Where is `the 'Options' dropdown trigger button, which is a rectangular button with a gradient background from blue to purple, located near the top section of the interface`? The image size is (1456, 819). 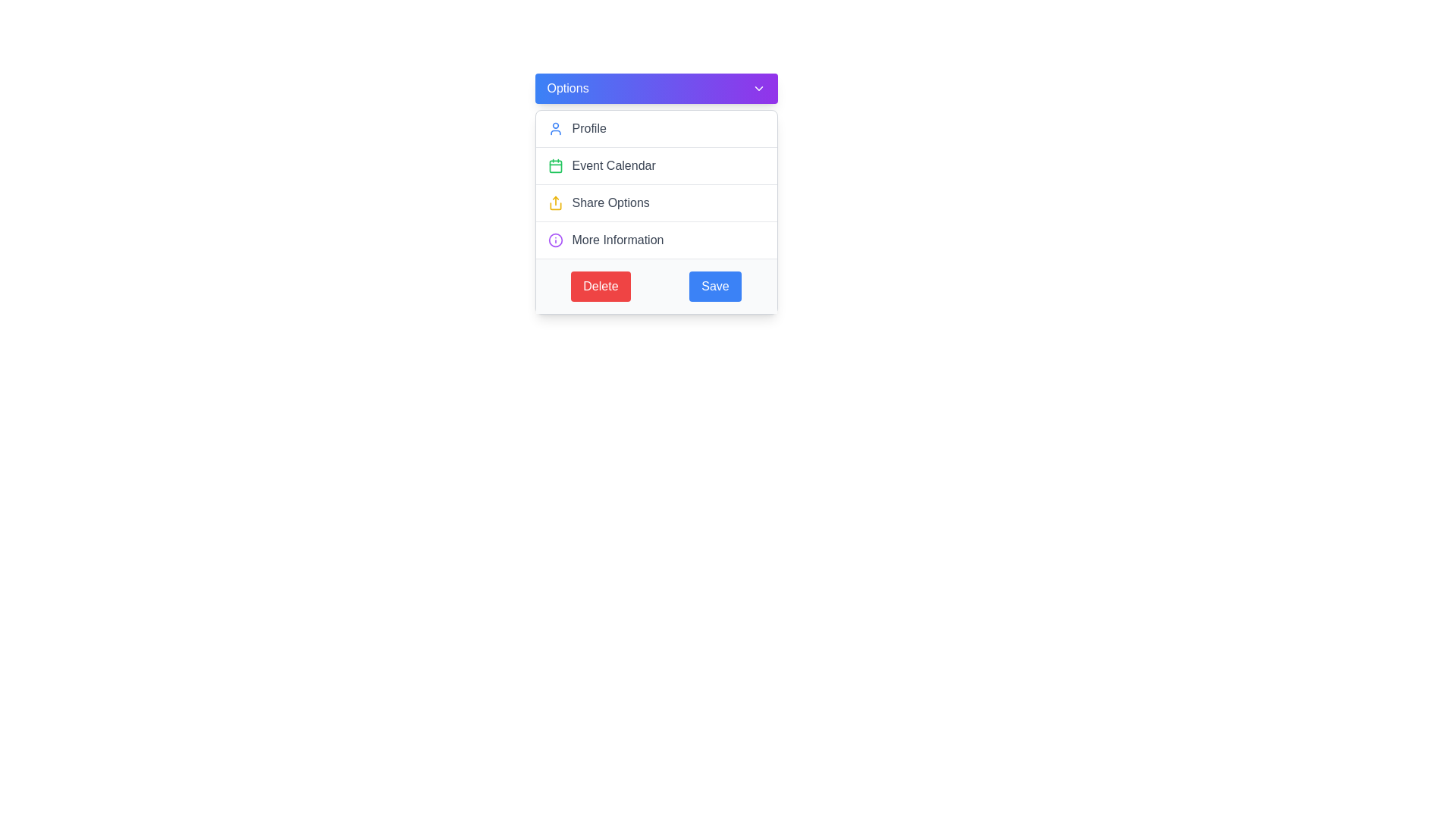
the 'Options' dropdown trigger button, which is a rectangular button with a gradient background from blue to purple, located near the top section of the interface is located at coordinates (656, 88).